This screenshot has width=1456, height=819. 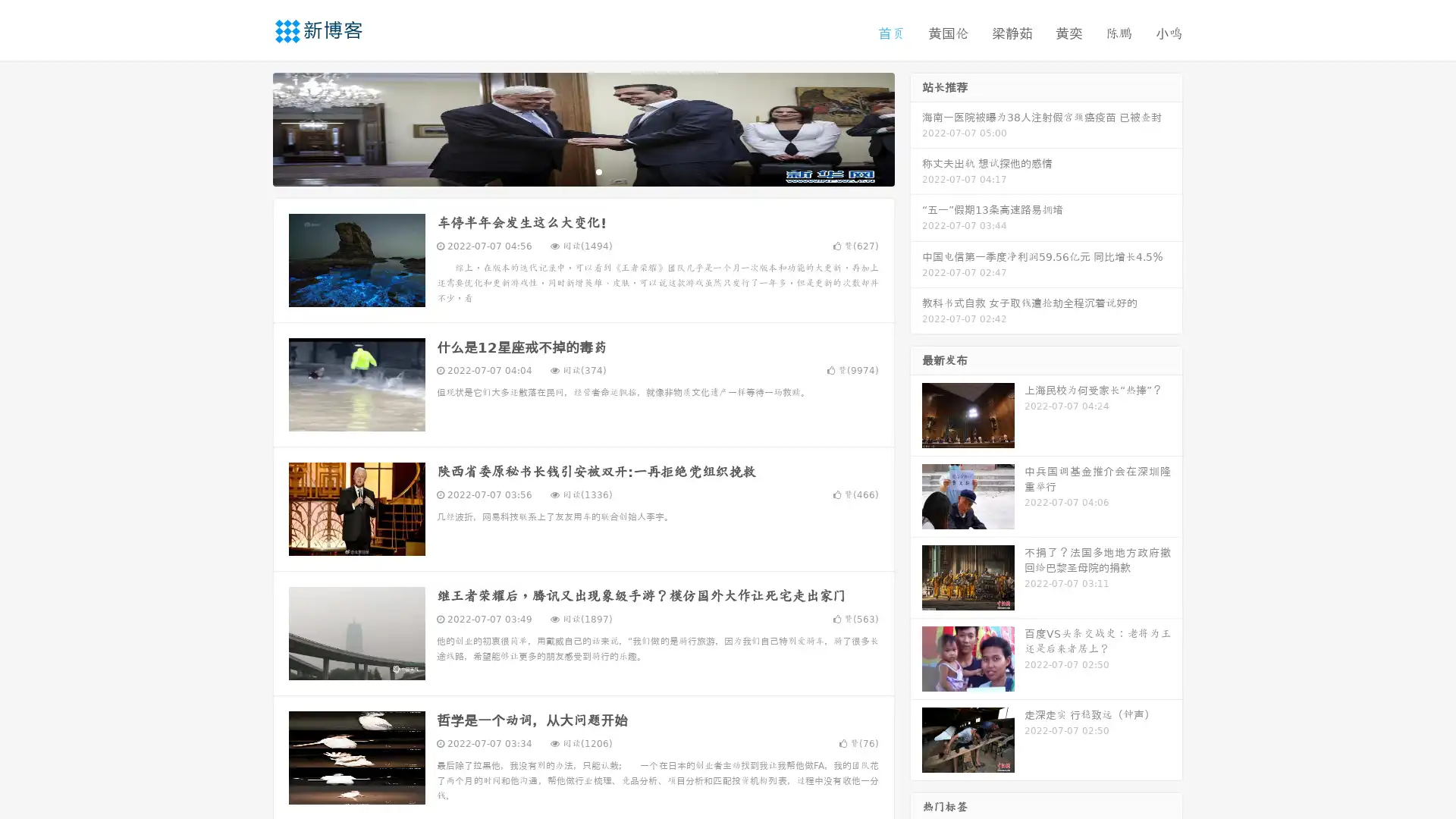 I want to click on Go to slide 2, so click(x=582, y=171).